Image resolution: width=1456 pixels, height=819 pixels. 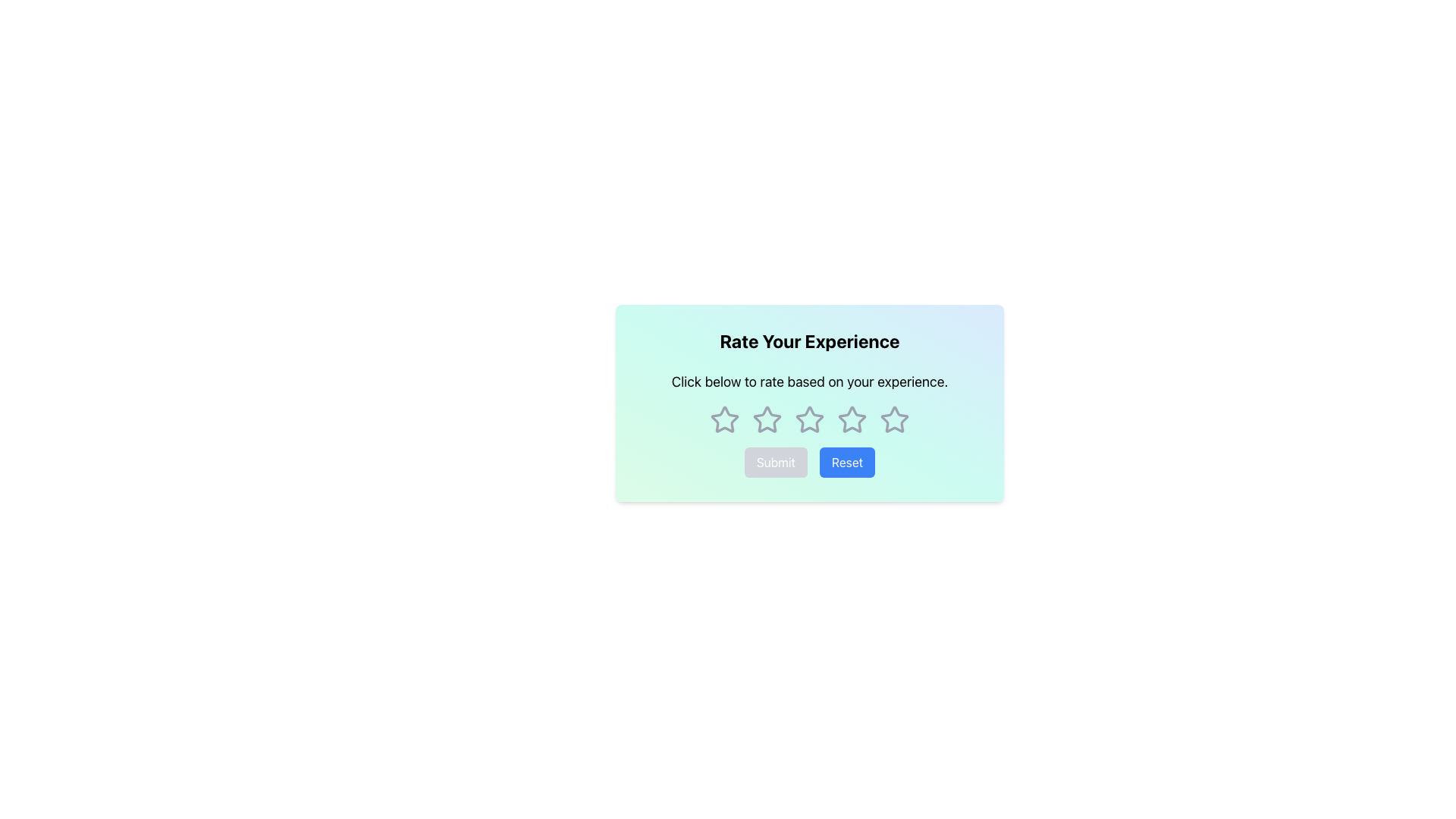 I want to click on the fourth star icon, so click(x=852, y=419).